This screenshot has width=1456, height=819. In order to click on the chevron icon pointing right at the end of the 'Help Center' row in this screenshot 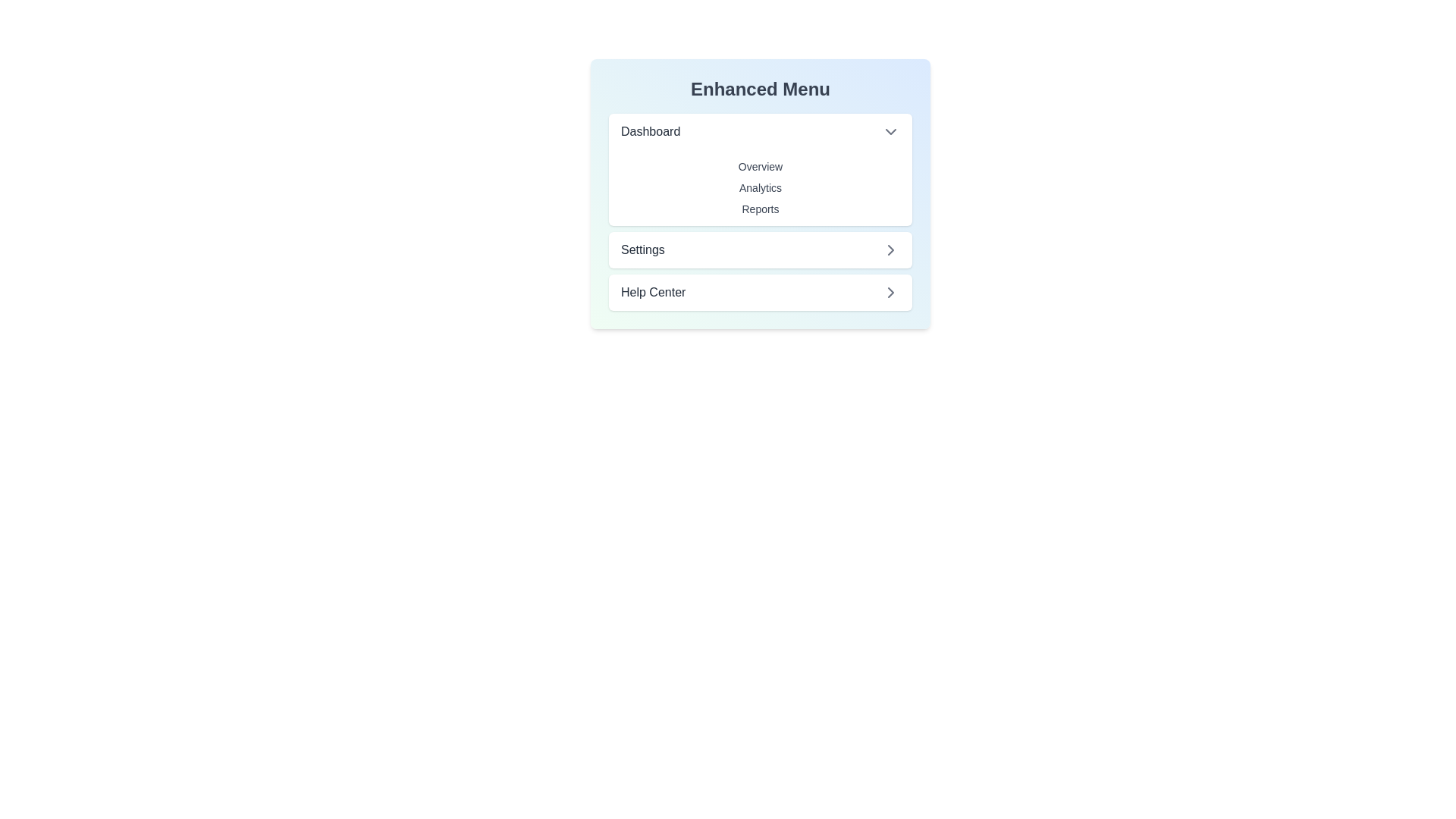, I will do `click(891, 292)`.